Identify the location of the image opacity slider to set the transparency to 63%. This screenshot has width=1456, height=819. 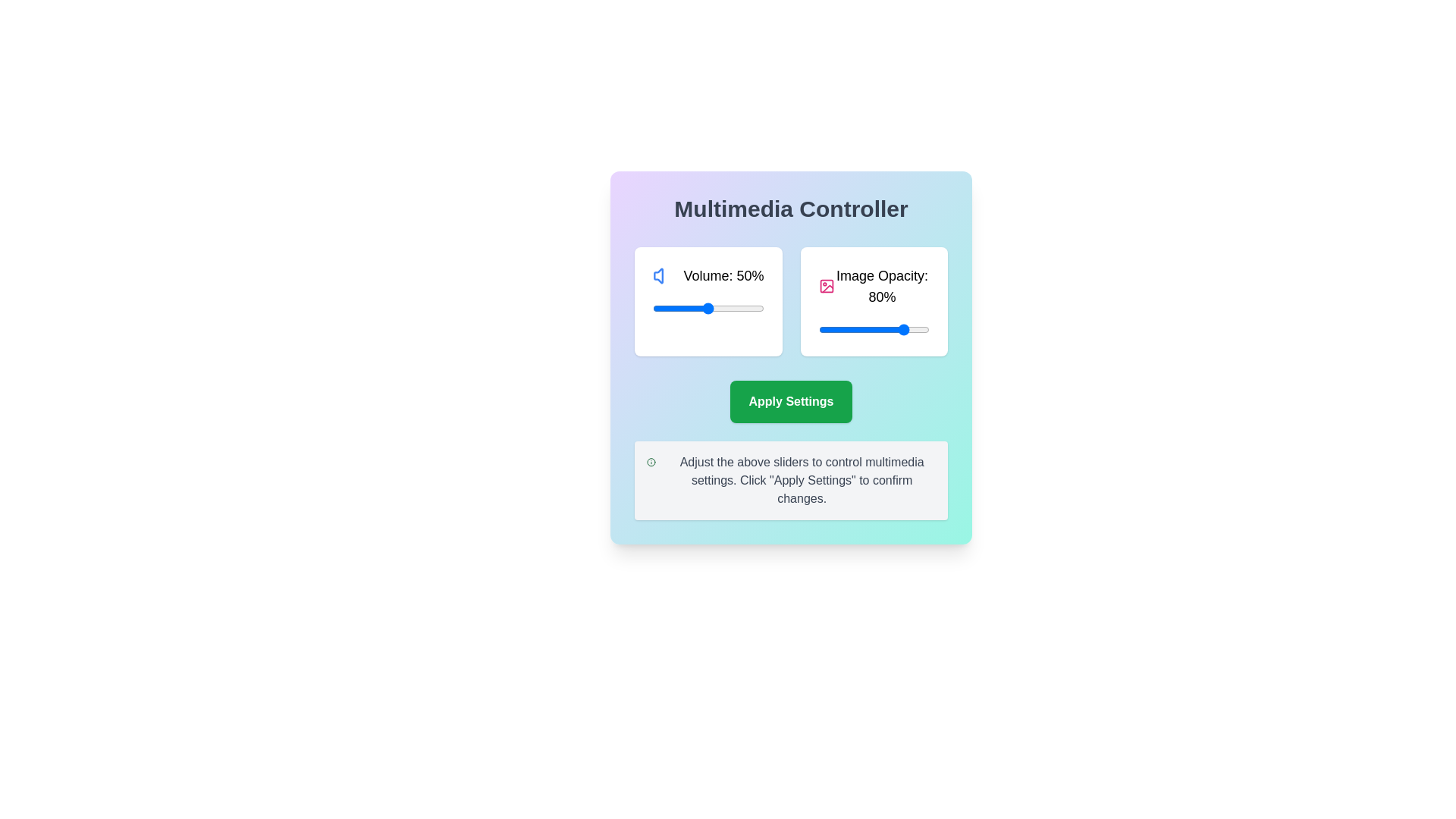
(888, 329).